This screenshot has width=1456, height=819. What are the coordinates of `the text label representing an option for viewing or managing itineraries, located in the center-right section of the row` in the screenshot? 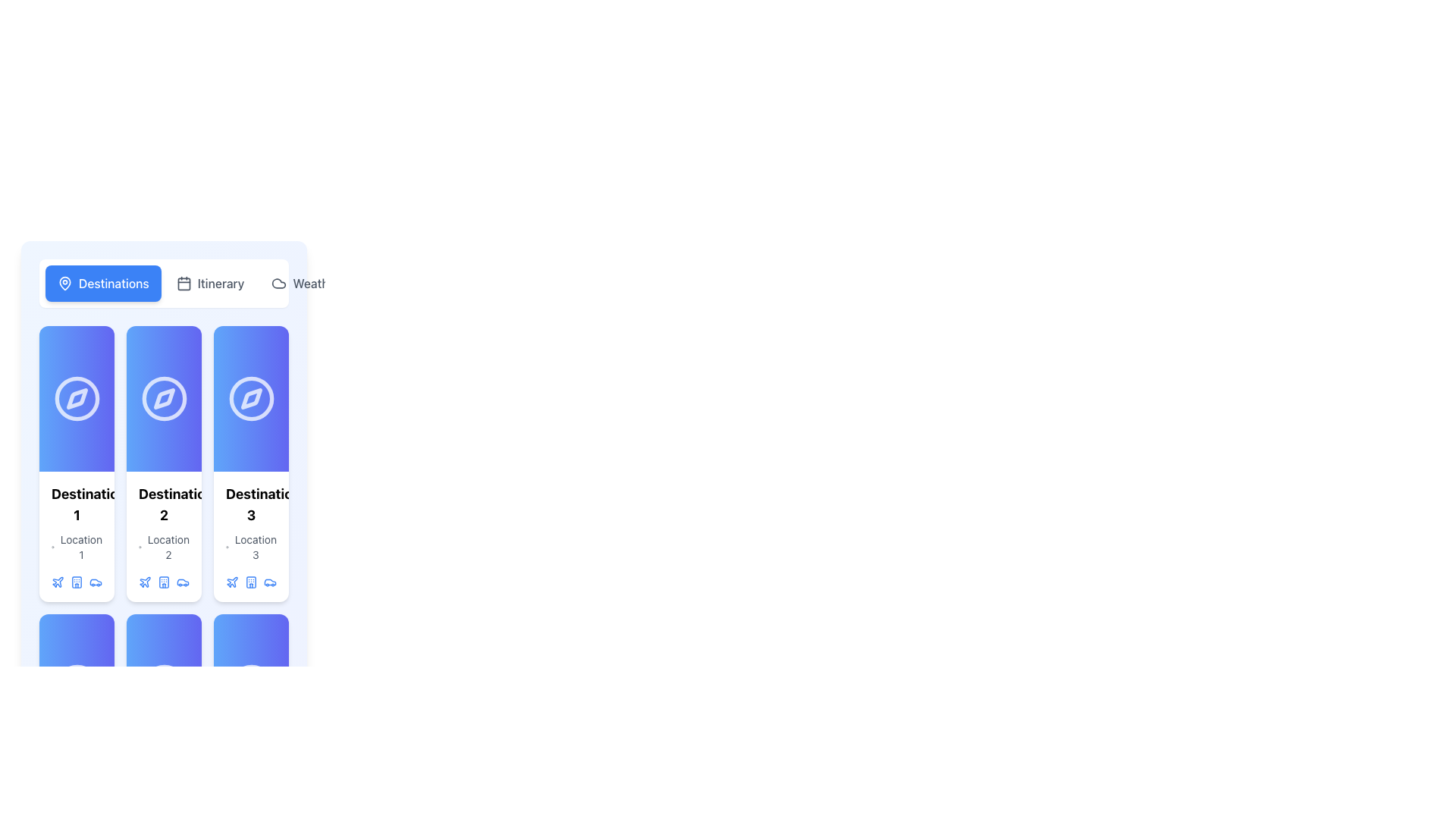 It's located at (220, 284).